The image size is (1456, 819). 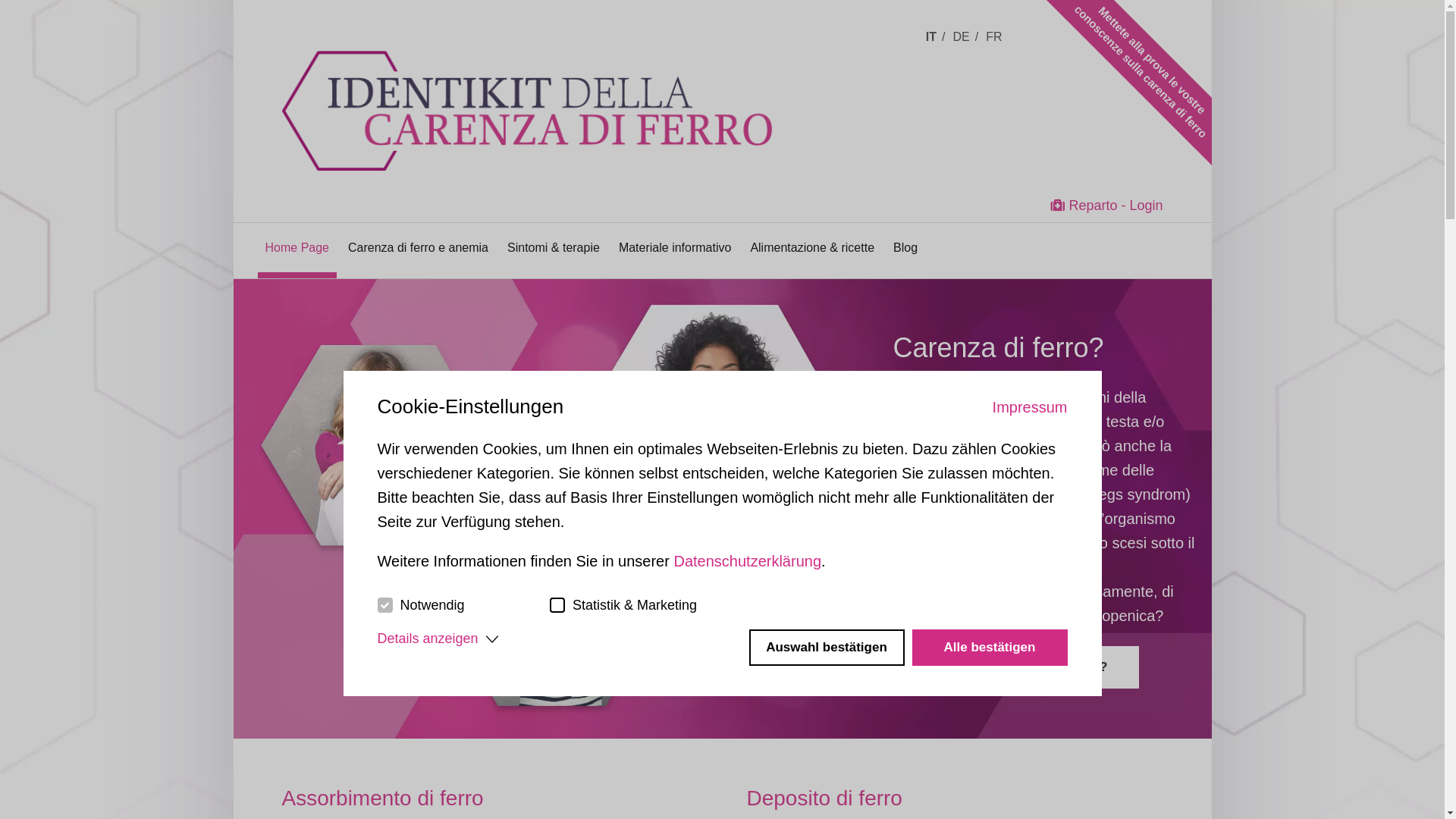 I want to click on 'Home Page', so click(x=297, y=246).